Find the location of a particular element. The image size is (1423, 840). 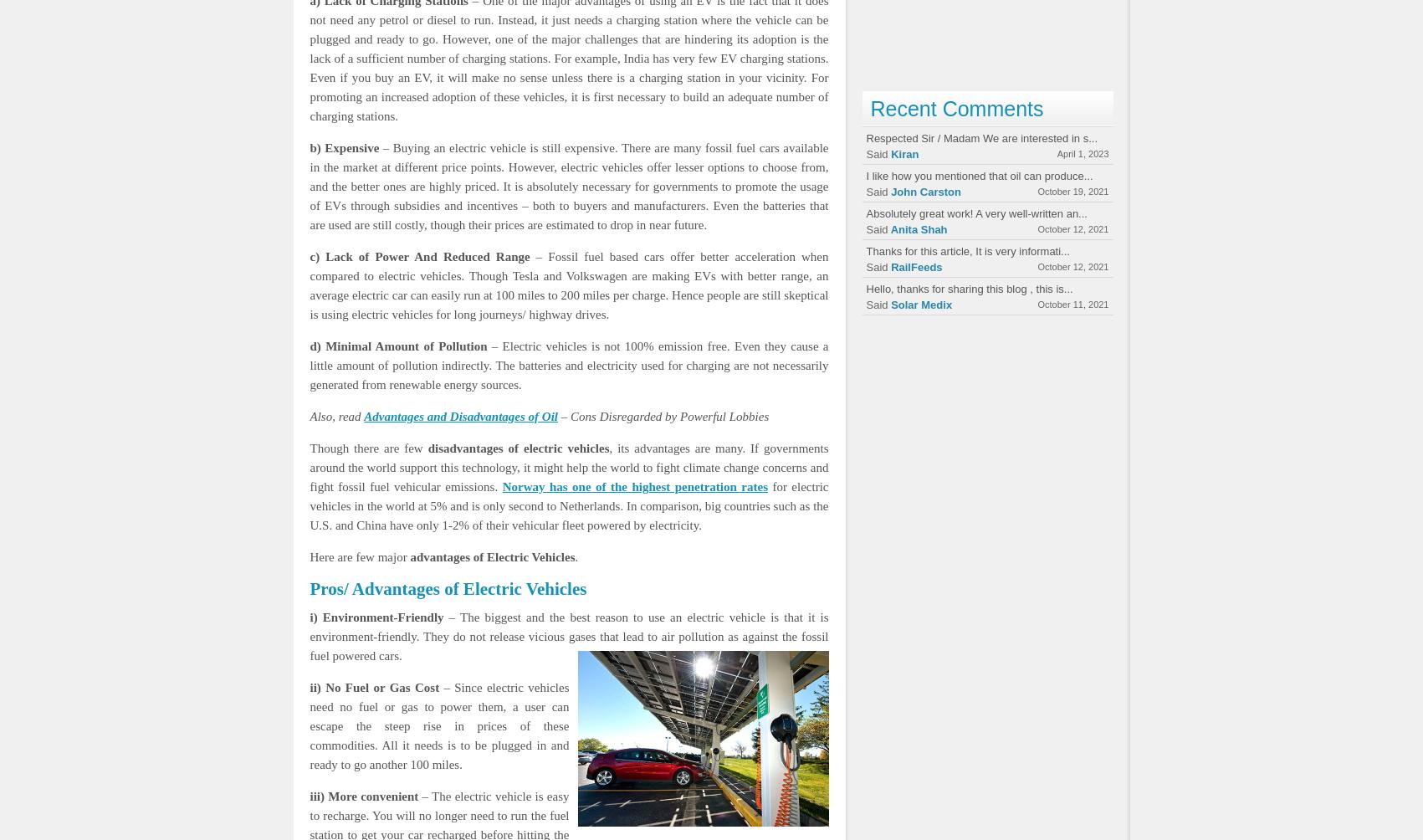

'Here are few major' is located at coordinates (359, 556).